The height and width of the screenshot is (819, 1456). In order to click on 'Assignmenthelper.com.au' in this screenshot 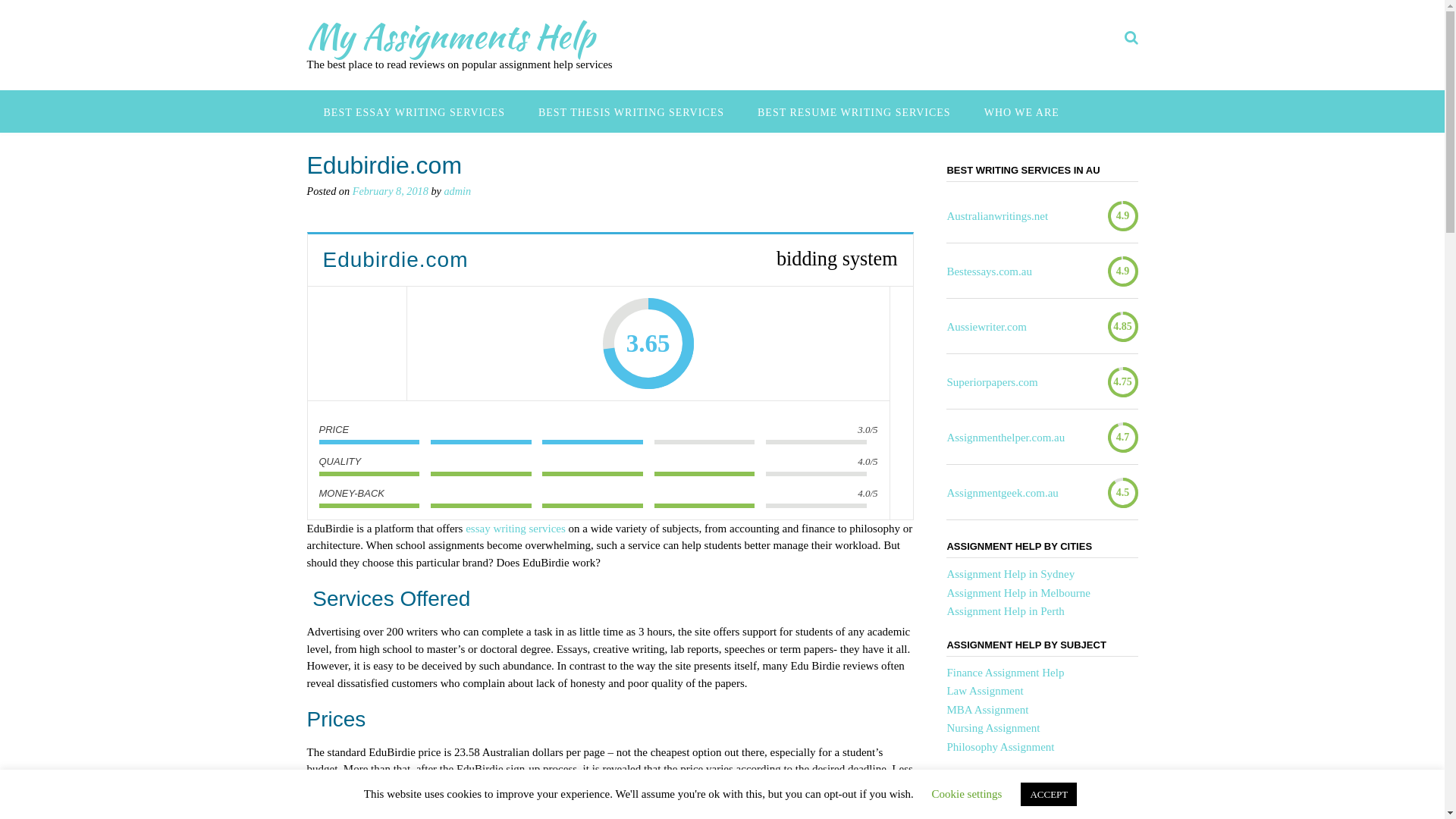, I will do `click(1005, 438)`.